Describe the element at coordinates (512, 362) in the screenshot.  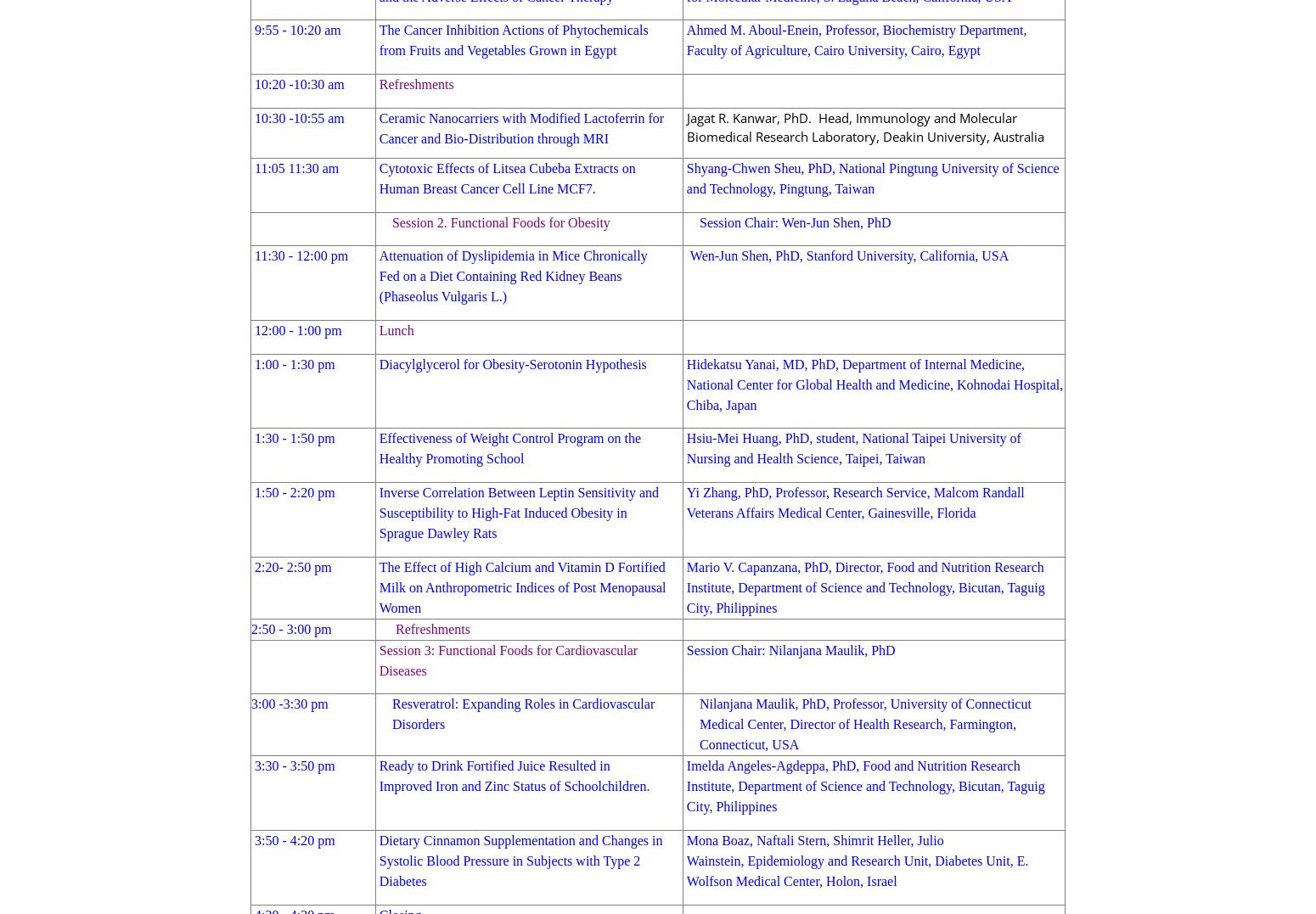
I see `'Diacylglycerol for Obesity-Serotonin Hypothesis'` at that location.